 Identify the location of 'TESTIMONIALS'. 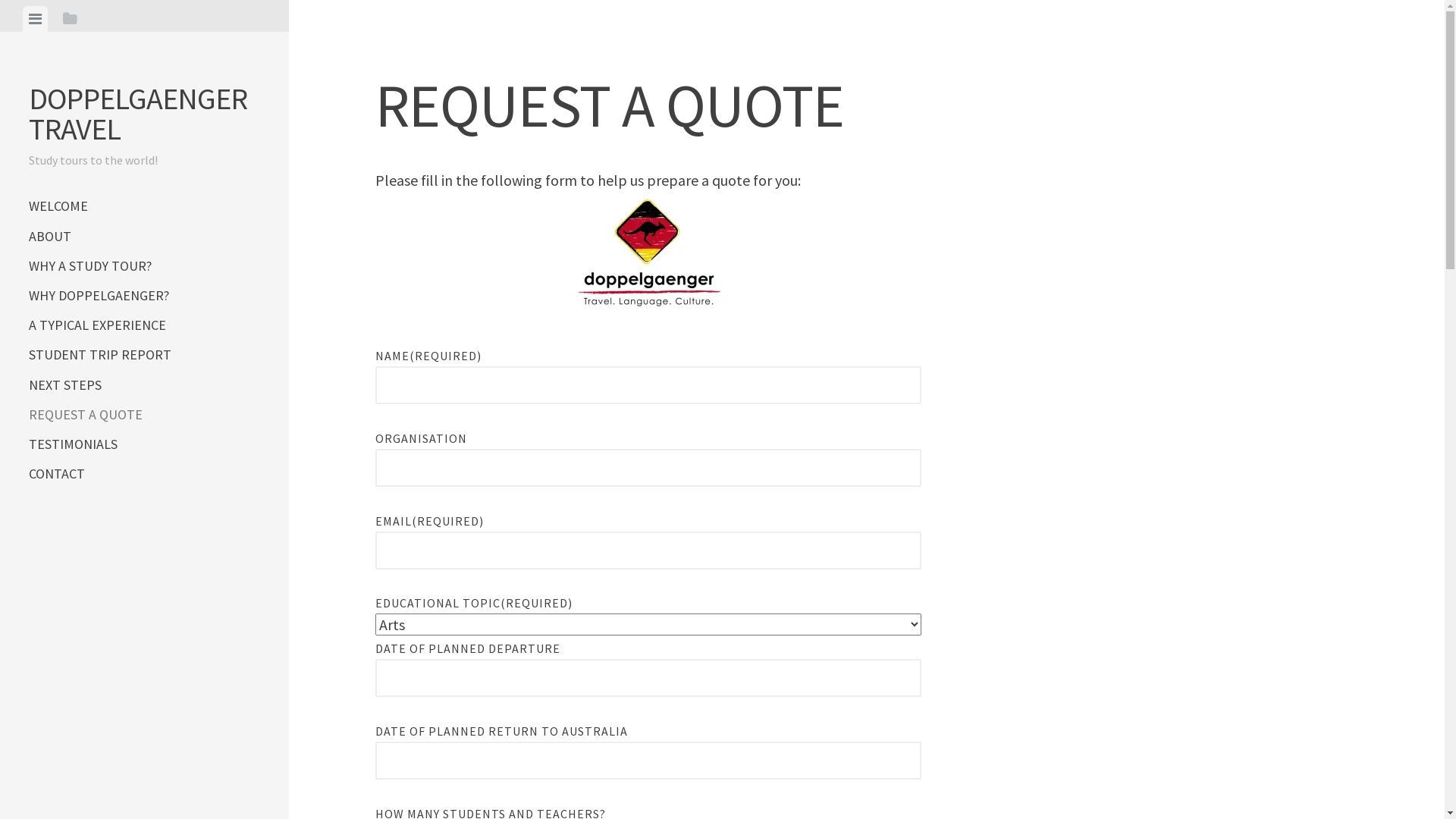
(144, 444).